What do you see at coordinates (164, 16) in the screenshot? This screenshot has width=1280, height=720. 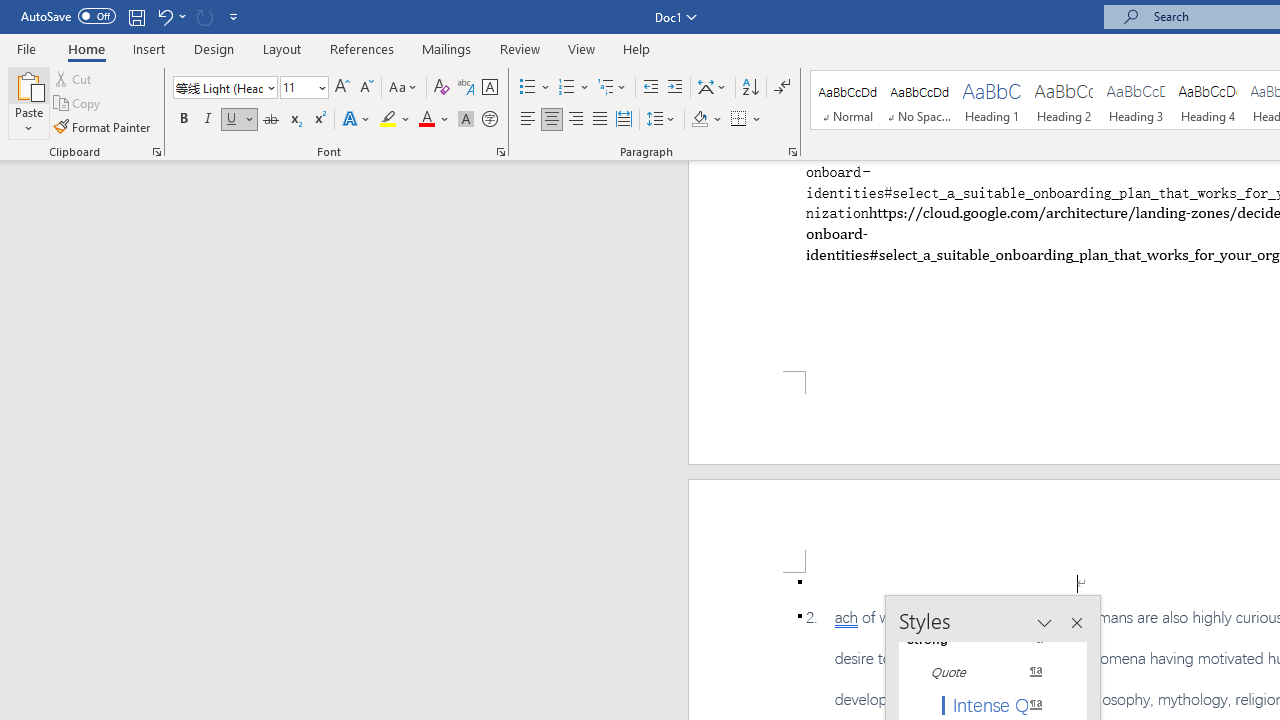 I see `'Undo Paste'` at bounding box center [164, 16].